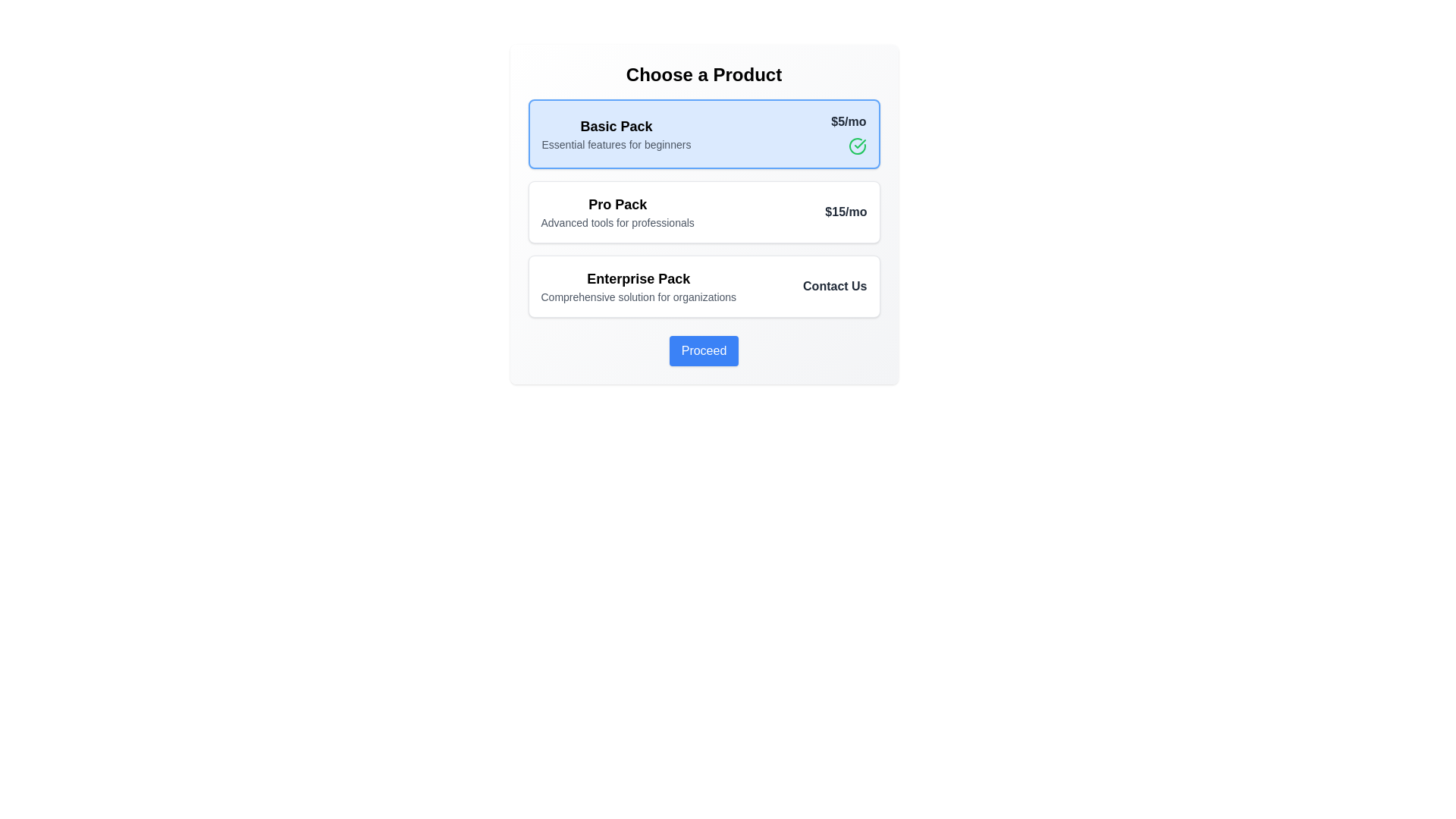  I want to click on the Checkmark icon within the circular boundary, which is styled with a green stroke and positioned near the top-right corner of the 'Basic Pack' option in the product selection interface, so click(859, 143).